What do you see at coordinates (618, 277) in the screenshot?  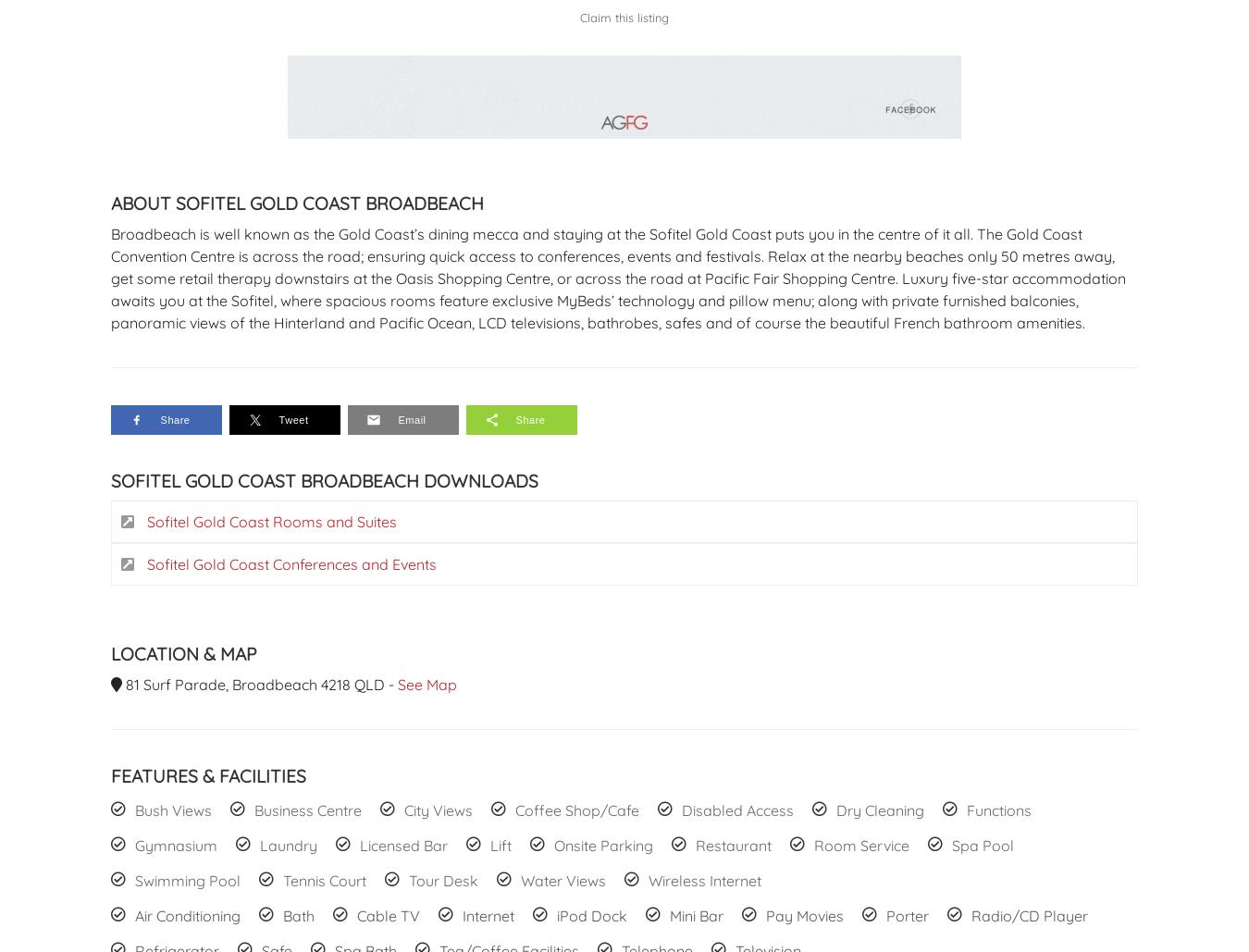 I see `'Broadbeach is well known as the Gold Coast’s dining mecca and staying at the Sofitel Gold Coast puts you in the centre of it all. The Gold Coast Convention Centre is across the road; ensuring quick access to conferences, events and festivals. Relax at the nearby beaches only 50 metres away, get some retail therapy downstairs at the Oasis Shopping Centre, or across the road at Pacific Fair Shopping Centre. Luxury five-star accommodation awaits you at the Sofitel, where spacious rooms feature exclusive MyBeds’ technology and pillow menu; along with private furnished balconies, panoramic views of the Hinterland and Pacific Ocean, LCD televisions, bathrobes, safes and of course the beautiful French bathroom amenities.'` at bounding box center [618, 277].